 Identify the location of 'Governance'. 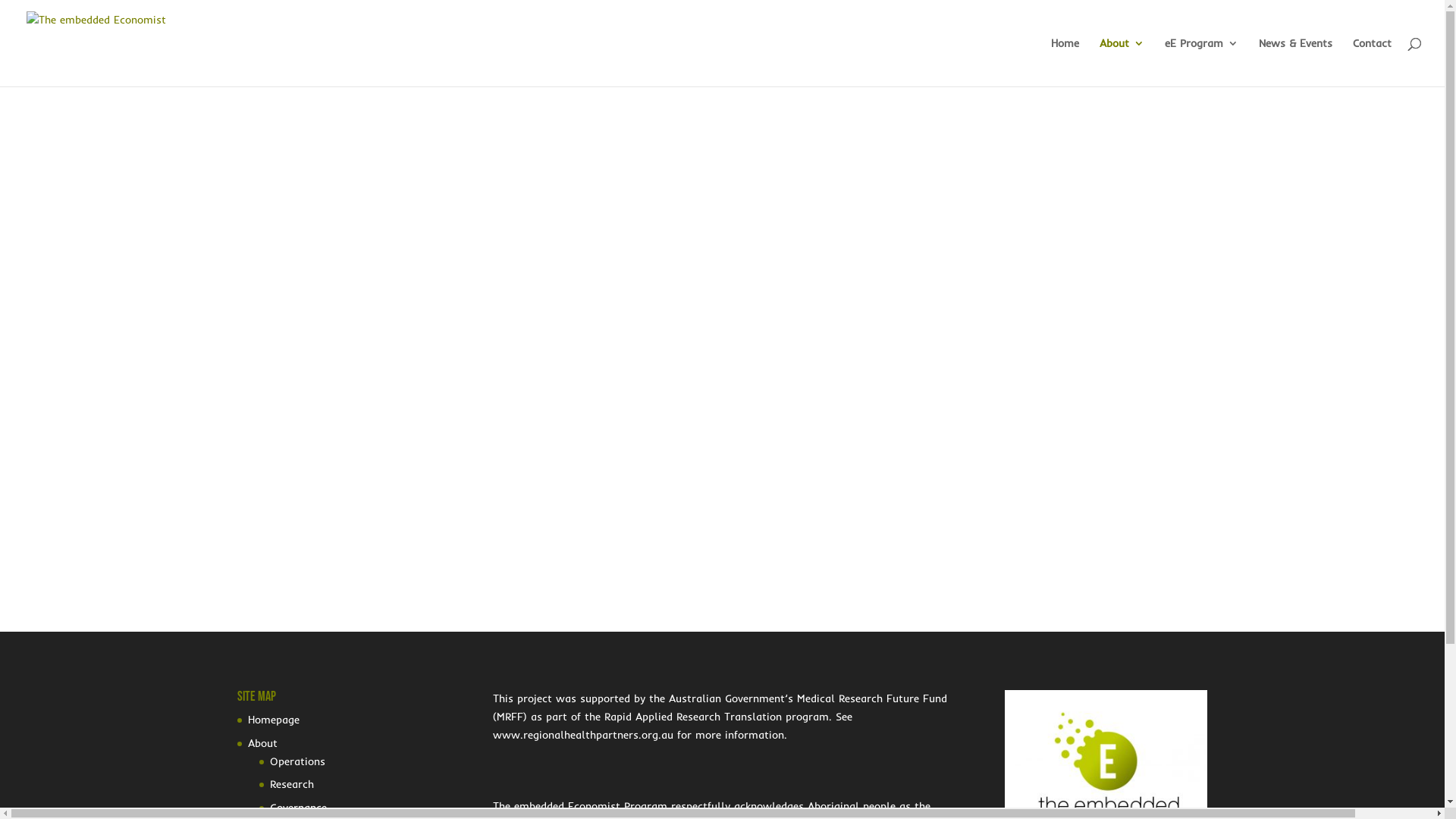
(269, 806).